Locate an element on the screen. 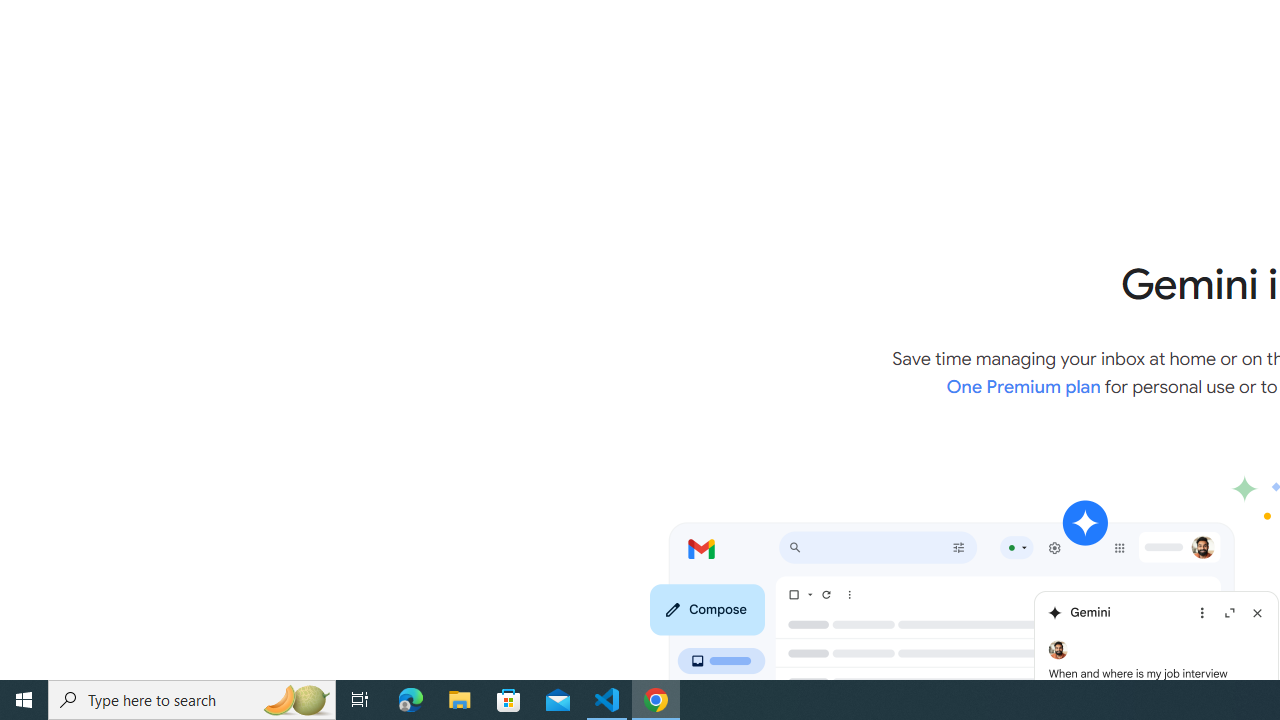 The width and height of the screenshot is (1280, 720). 'File Explorer' is located at coordinates (459, 698).